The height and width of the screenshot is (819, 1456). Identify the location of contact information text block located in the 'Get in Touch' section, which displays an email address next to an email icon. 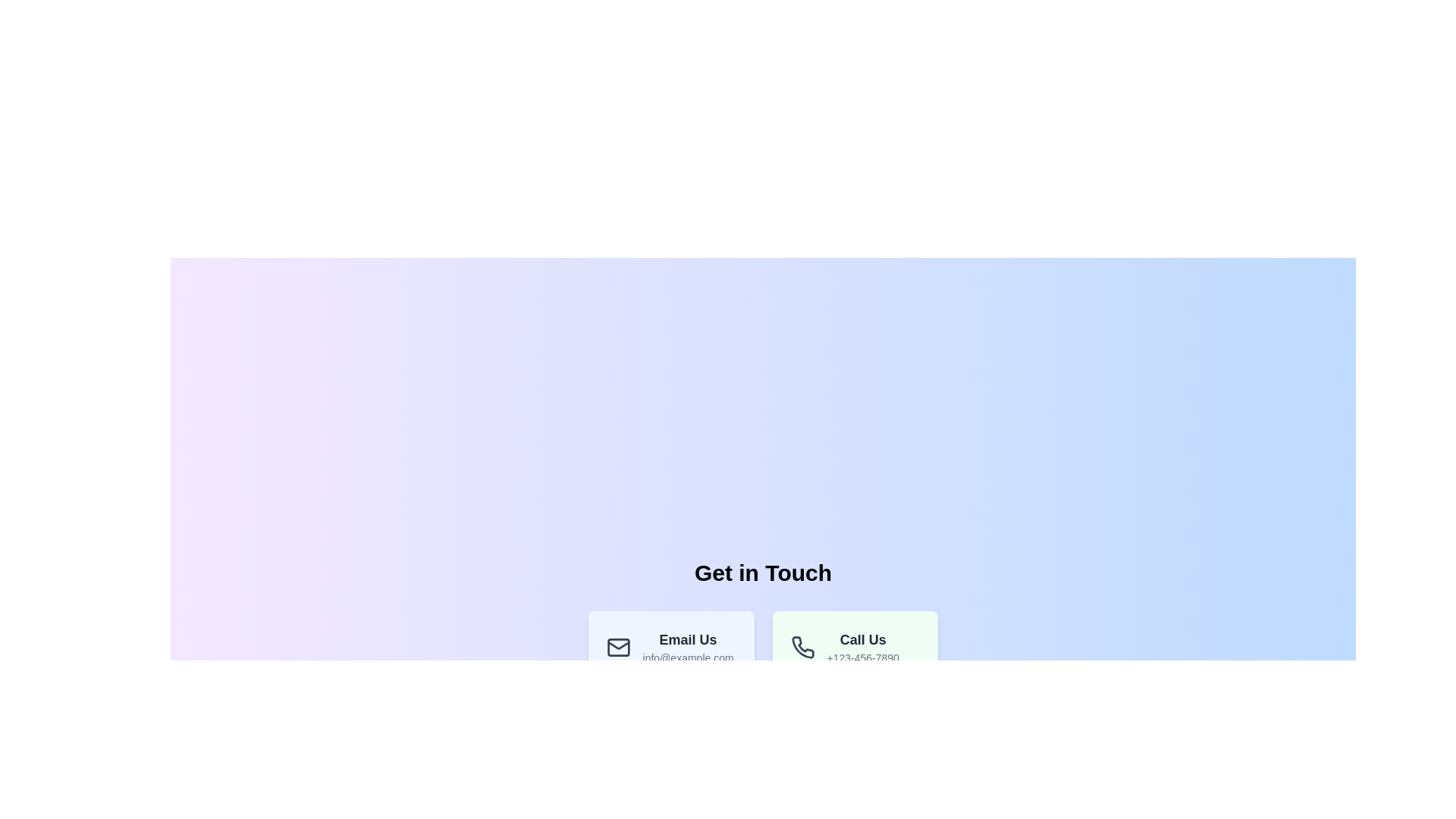
(687, 647).